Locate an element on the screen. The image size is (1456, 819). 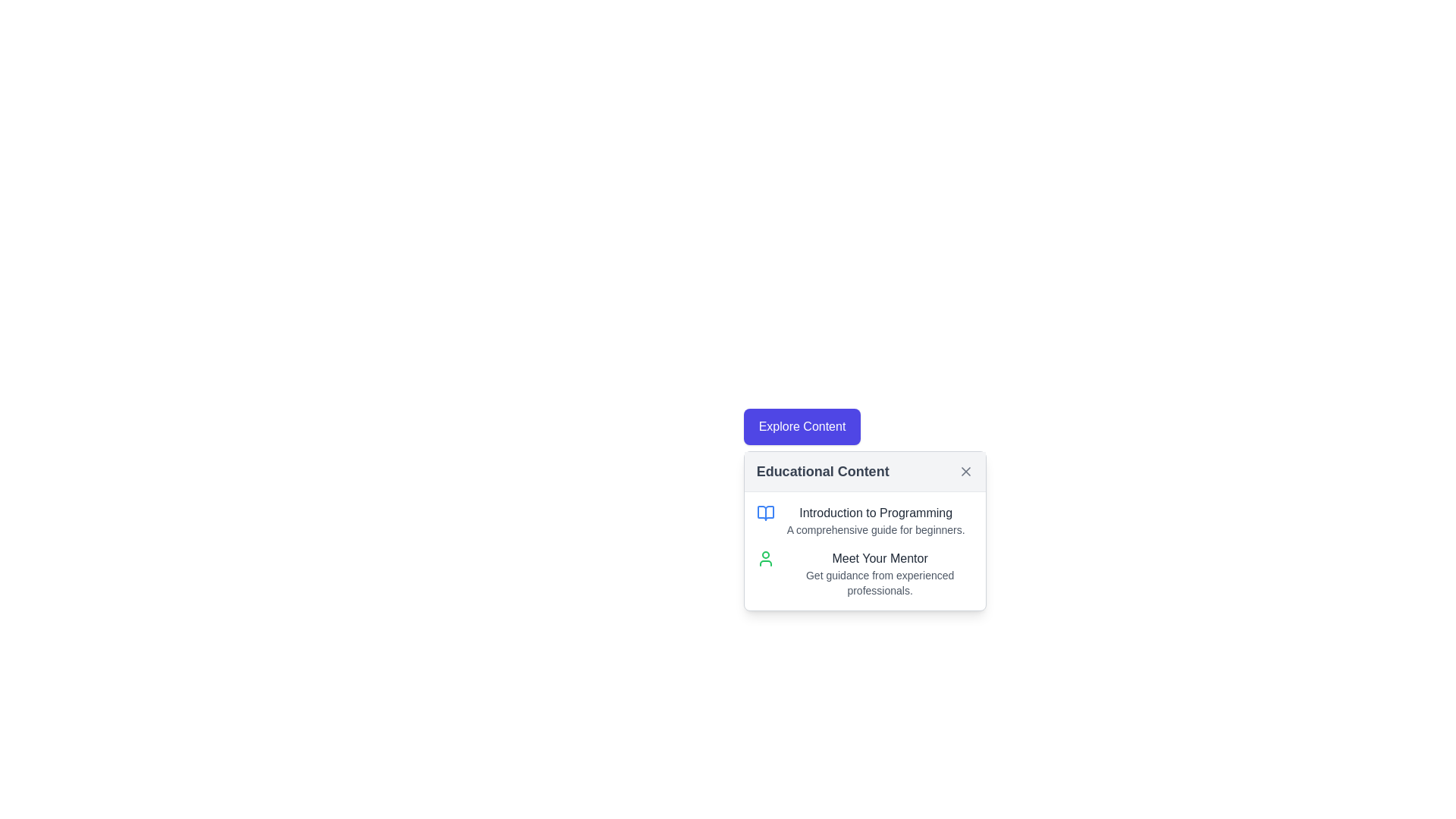
the 'Explore Content' button with a blue background and white text located in the 'Educational Content' panel is located at coordinates (801, 427).